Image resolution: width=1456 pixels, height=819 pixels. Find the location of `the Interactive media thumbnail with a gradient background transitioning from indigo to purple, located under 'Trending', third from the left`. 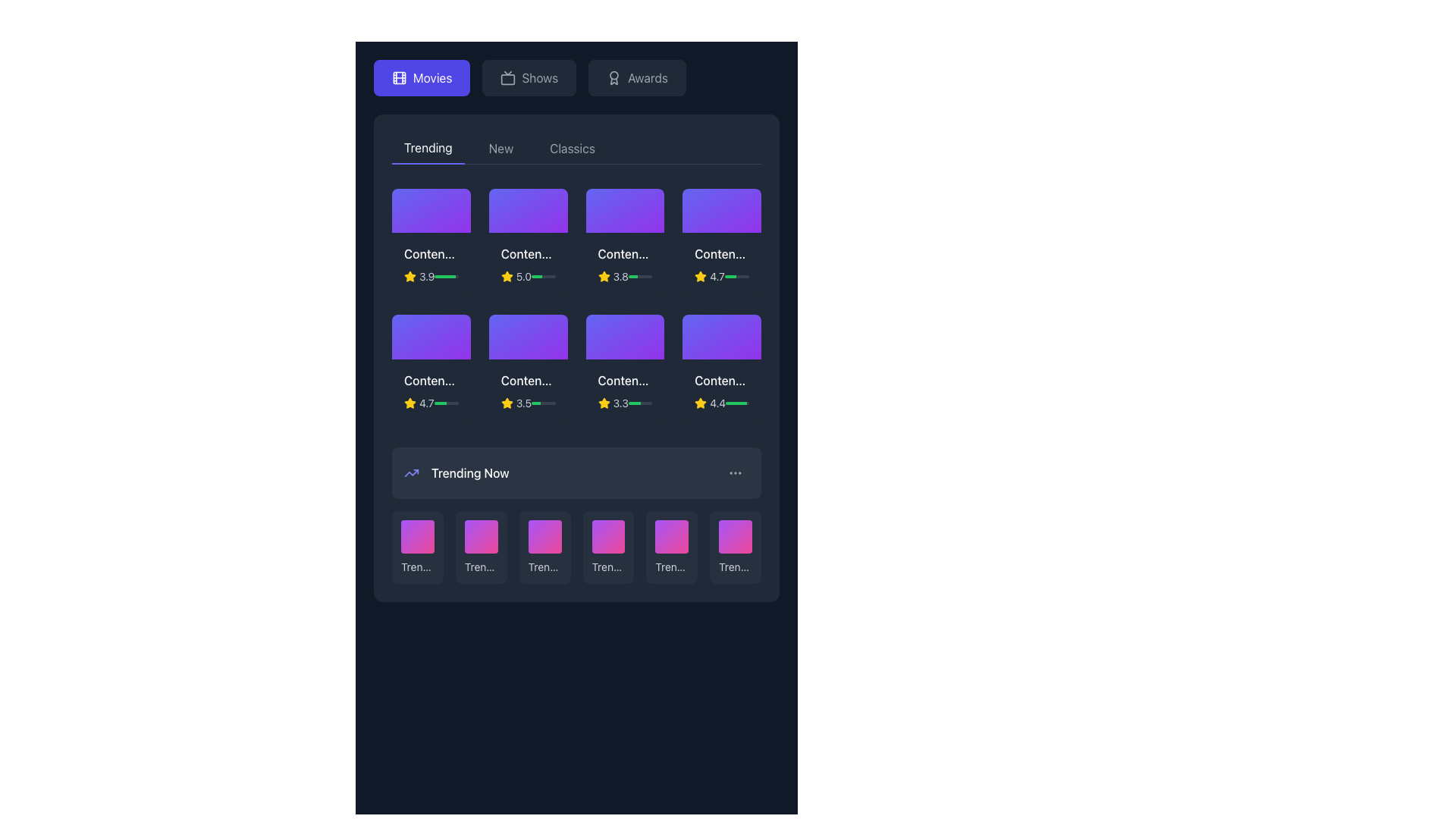

the Interactive media thumbnail with a gradient background transitioning from indigo to purple, located under 'Trending', third from the left is located at coordinates (625, 211).